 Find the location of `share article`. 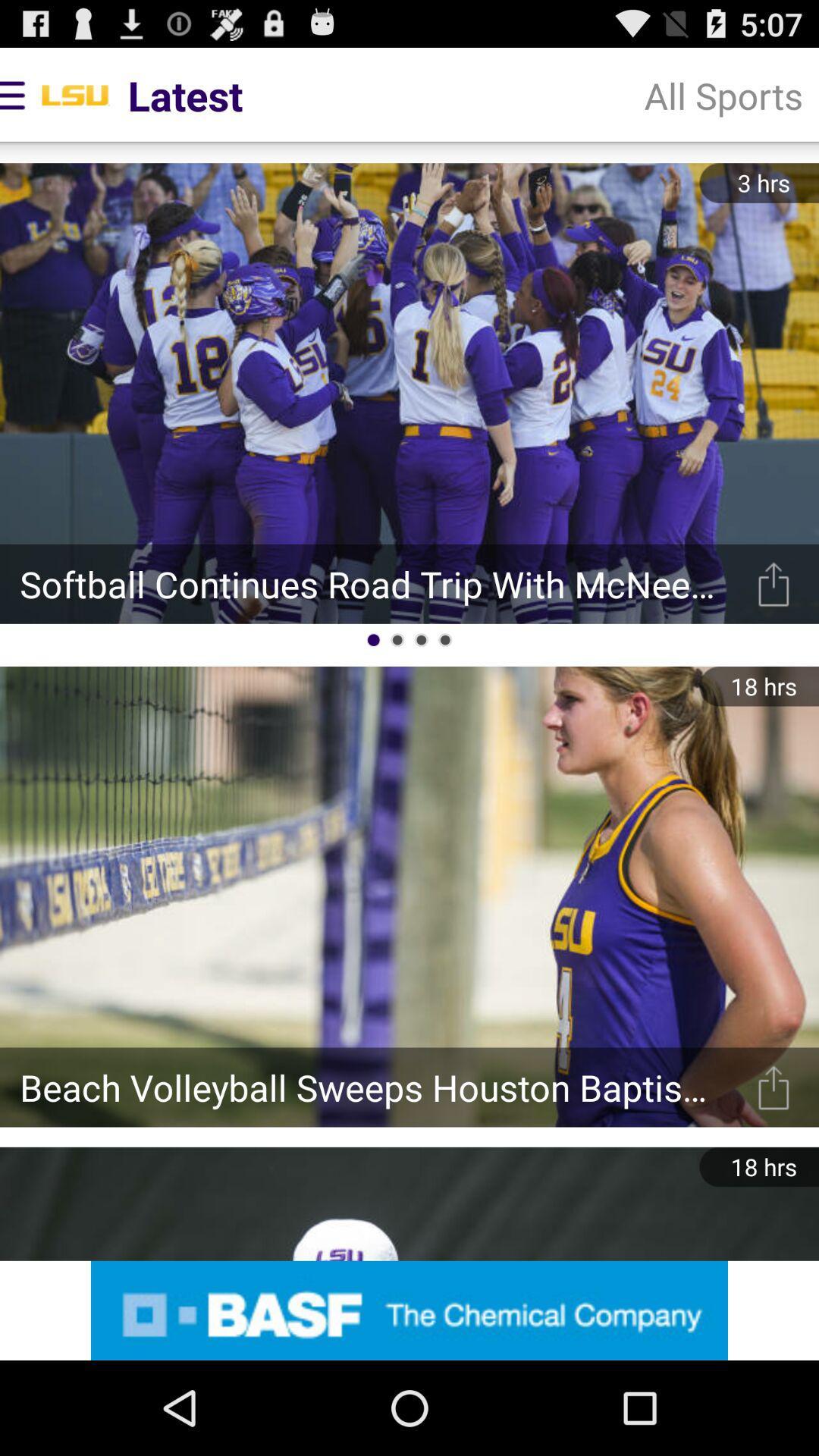

share article is located at coordinates (773, 1087).